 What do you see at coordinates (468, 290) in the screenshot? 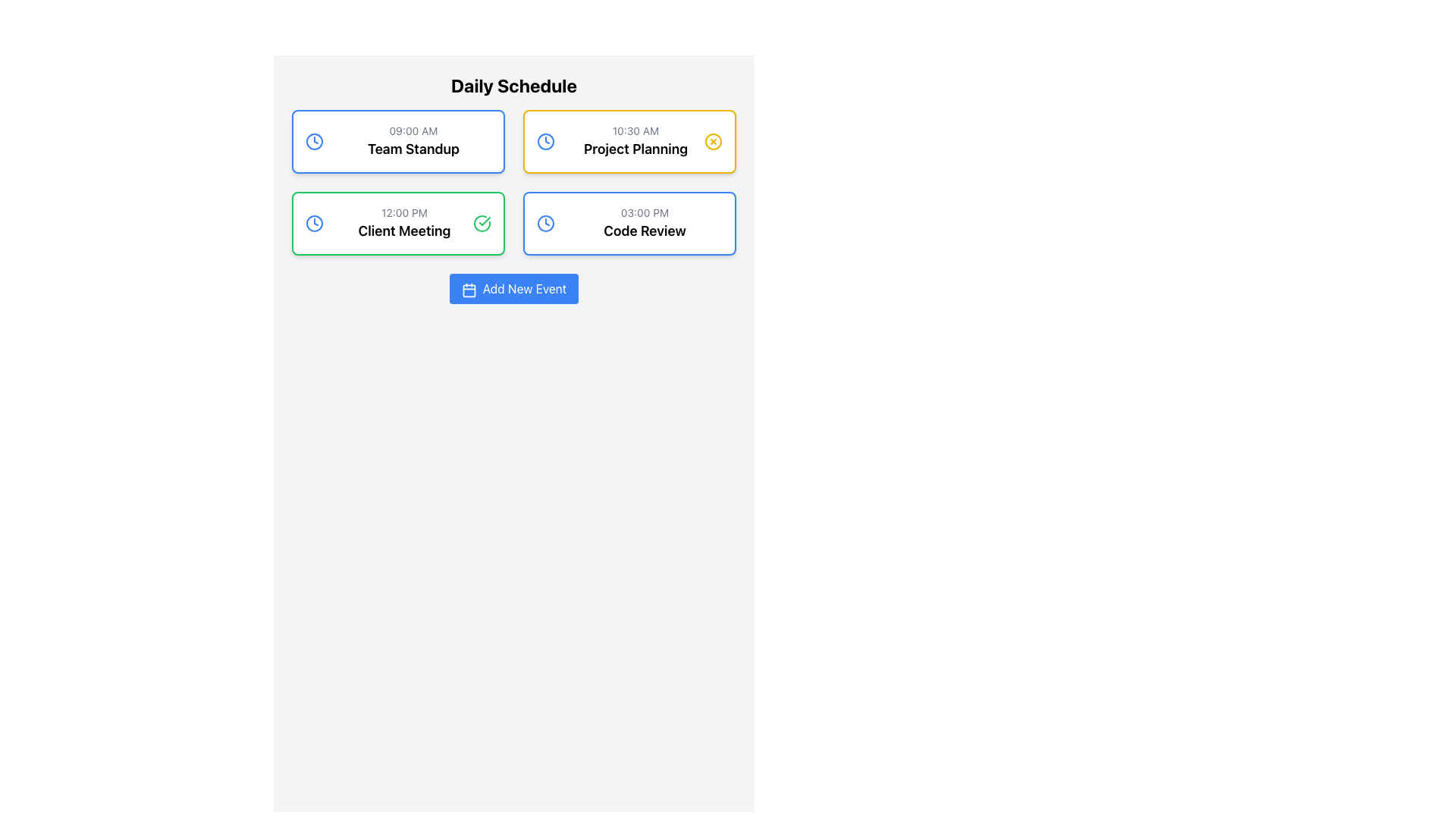
I see `the calendar icon located to the left of the 'Add New Event' button` at bounding box center [468, 290].